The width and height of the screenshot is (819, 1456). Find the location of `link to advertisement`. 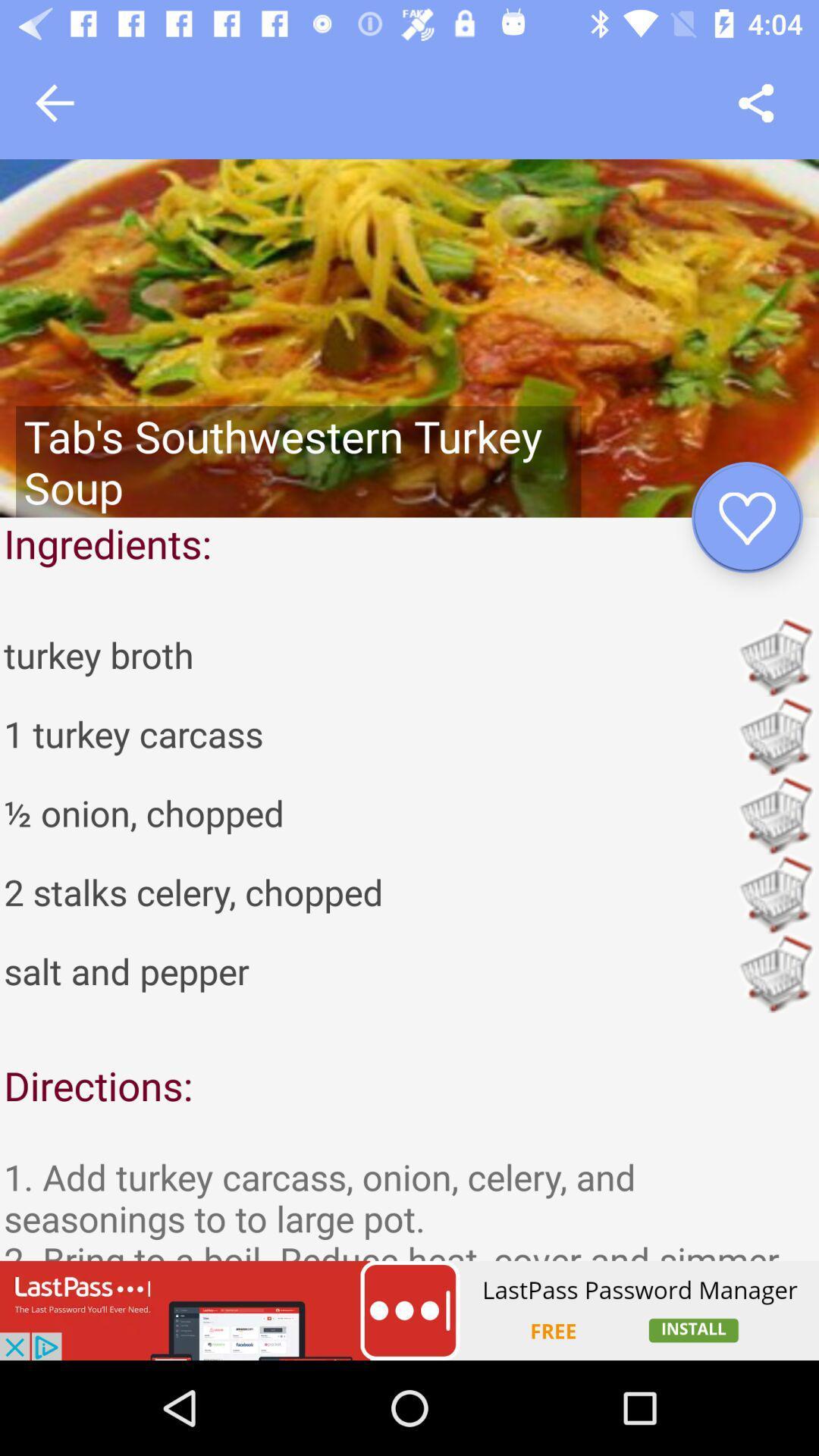

link to advertisement is located at coordinates (409, 1310).